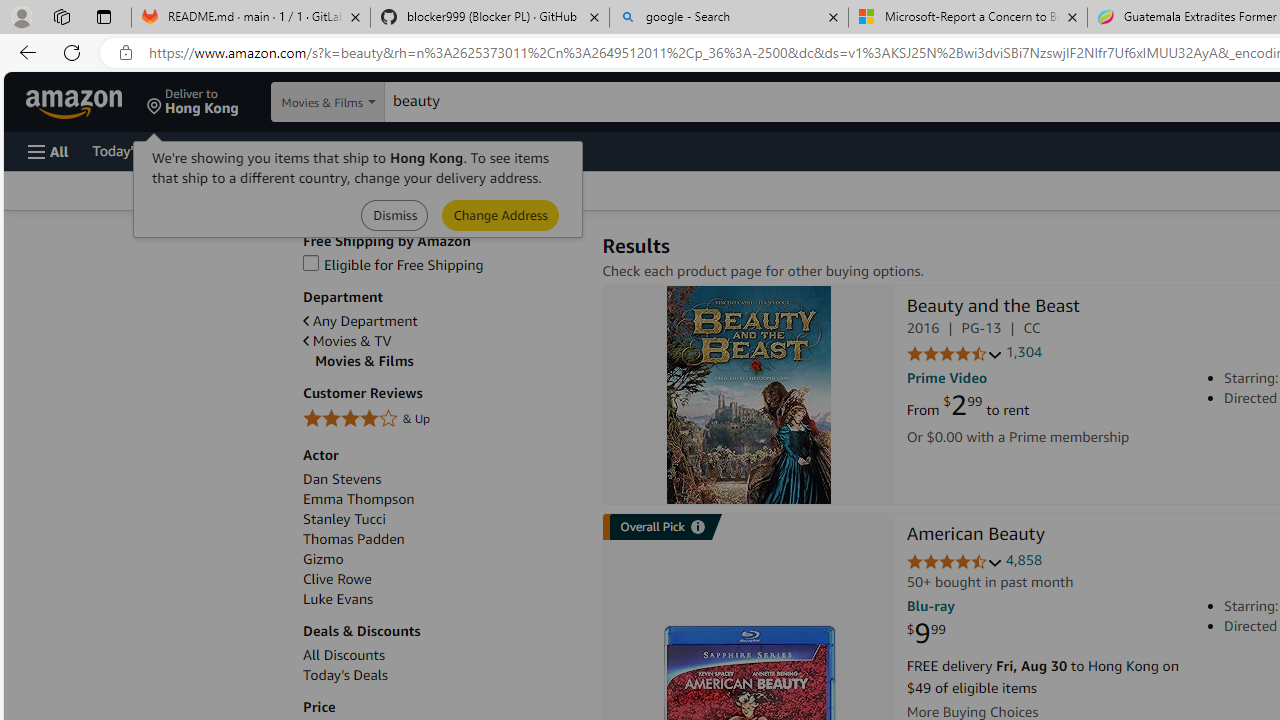 The image size is (1280, 720). Describe the element at coordinates (441, 675) in the screenshot. I see `'Today'` at that location.